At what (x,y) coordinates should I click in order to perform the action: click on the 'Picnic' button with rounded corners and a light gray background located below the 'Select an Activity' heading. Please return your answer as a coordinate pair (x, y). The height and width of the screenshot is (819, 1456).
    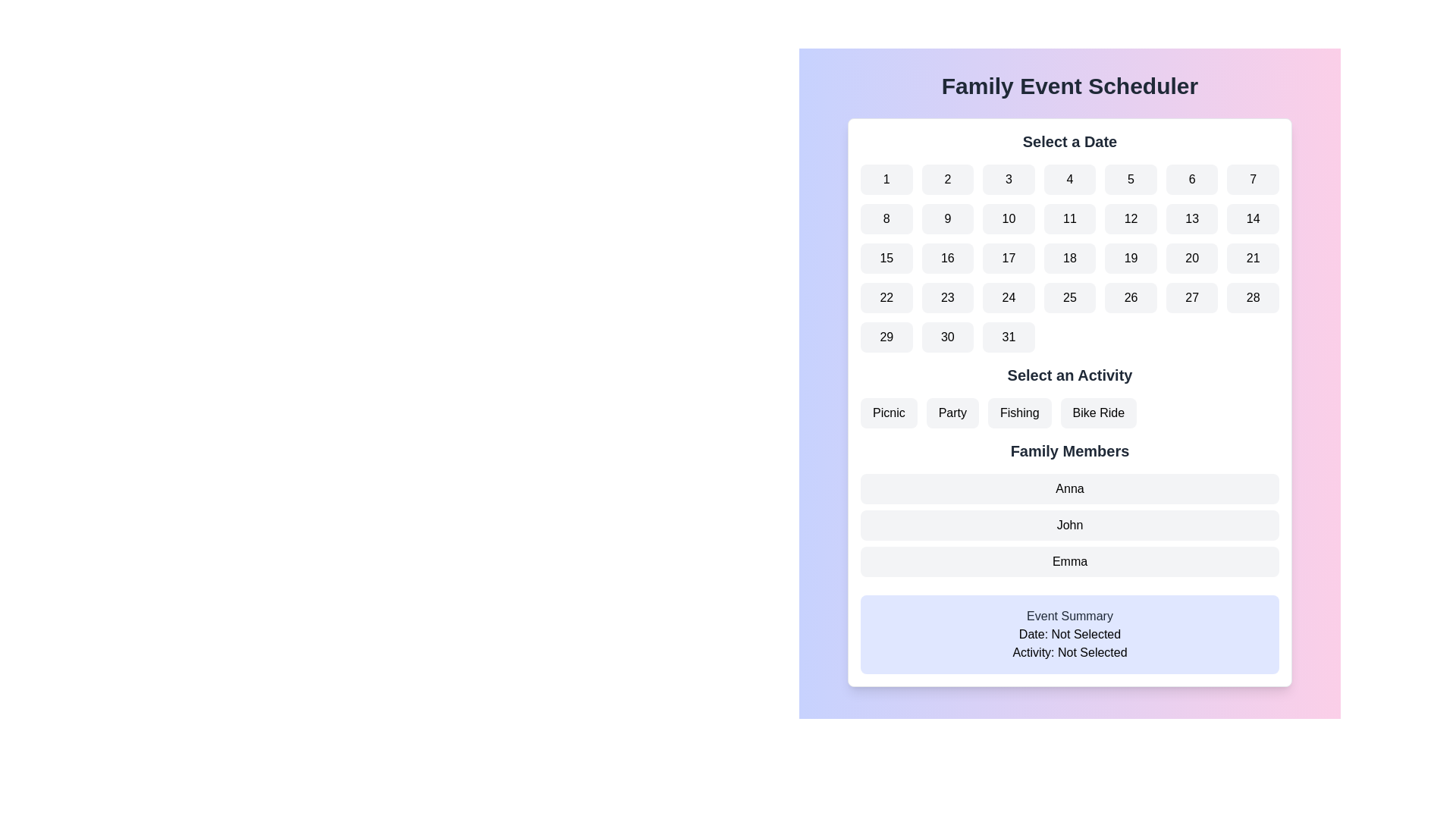
    Looking at the image, I should click on (889, 413).